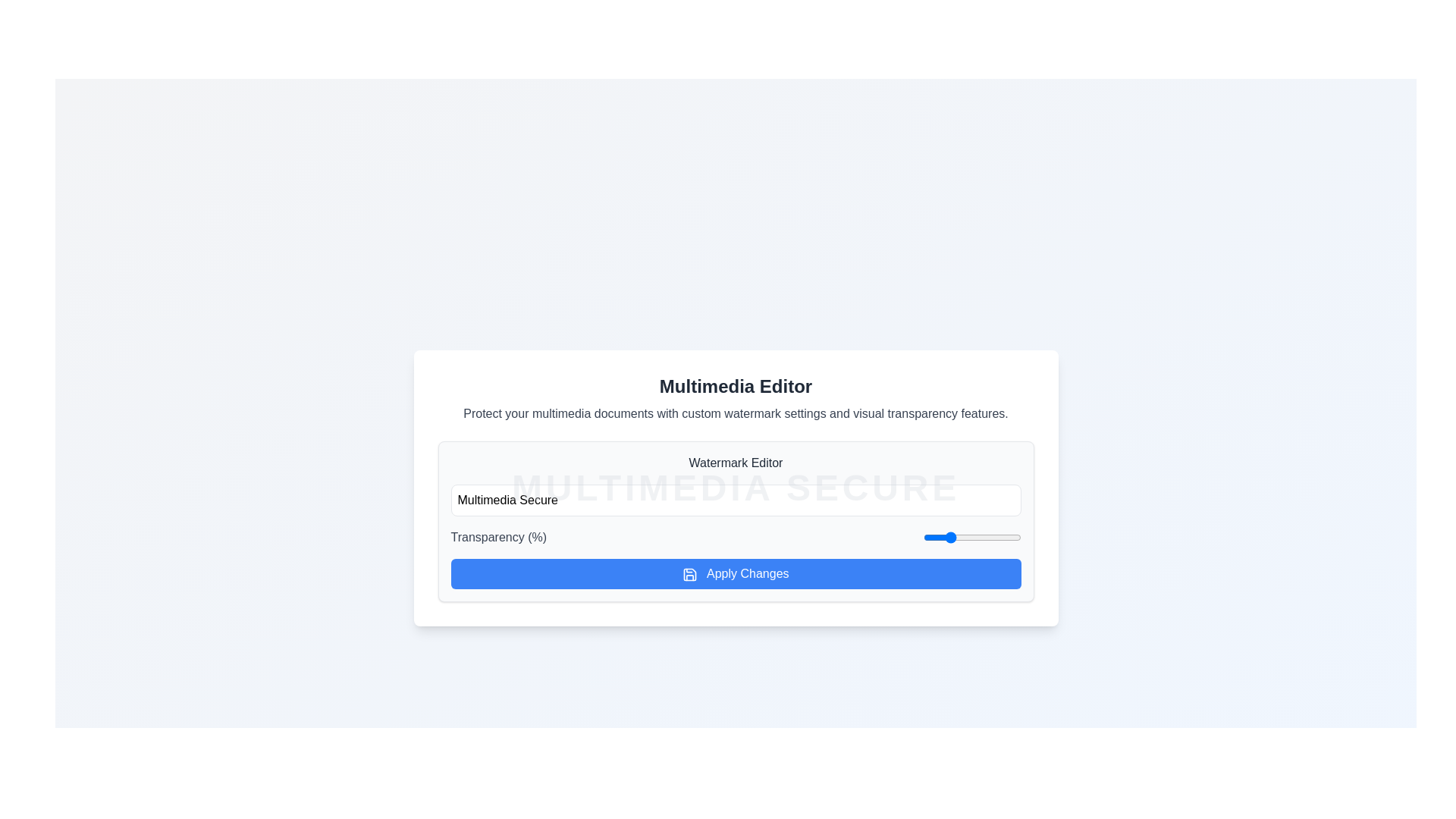 The width and height of the screenshot is (1456, 819). What do you see at coordinates (736, 385) in the screenshot?
I see `text content of the Text Label that serves as a title for the multimedia editing section, specifically the text 'Multimedia Editor'` at bounding box center [736, 385].